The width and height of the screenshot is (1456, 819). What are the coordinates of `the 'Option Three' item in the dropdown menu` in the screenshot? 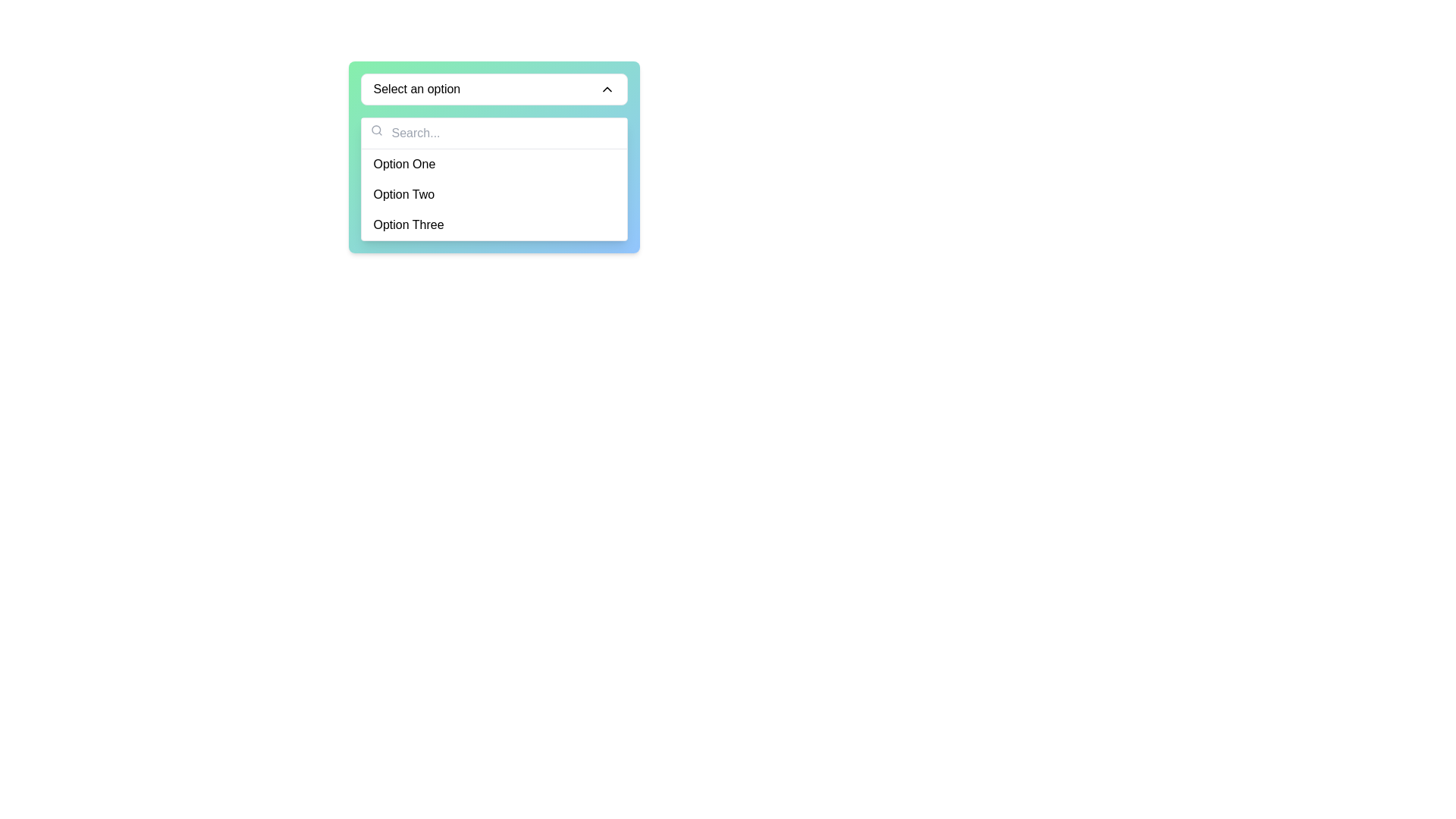 It's located at (494, 225).